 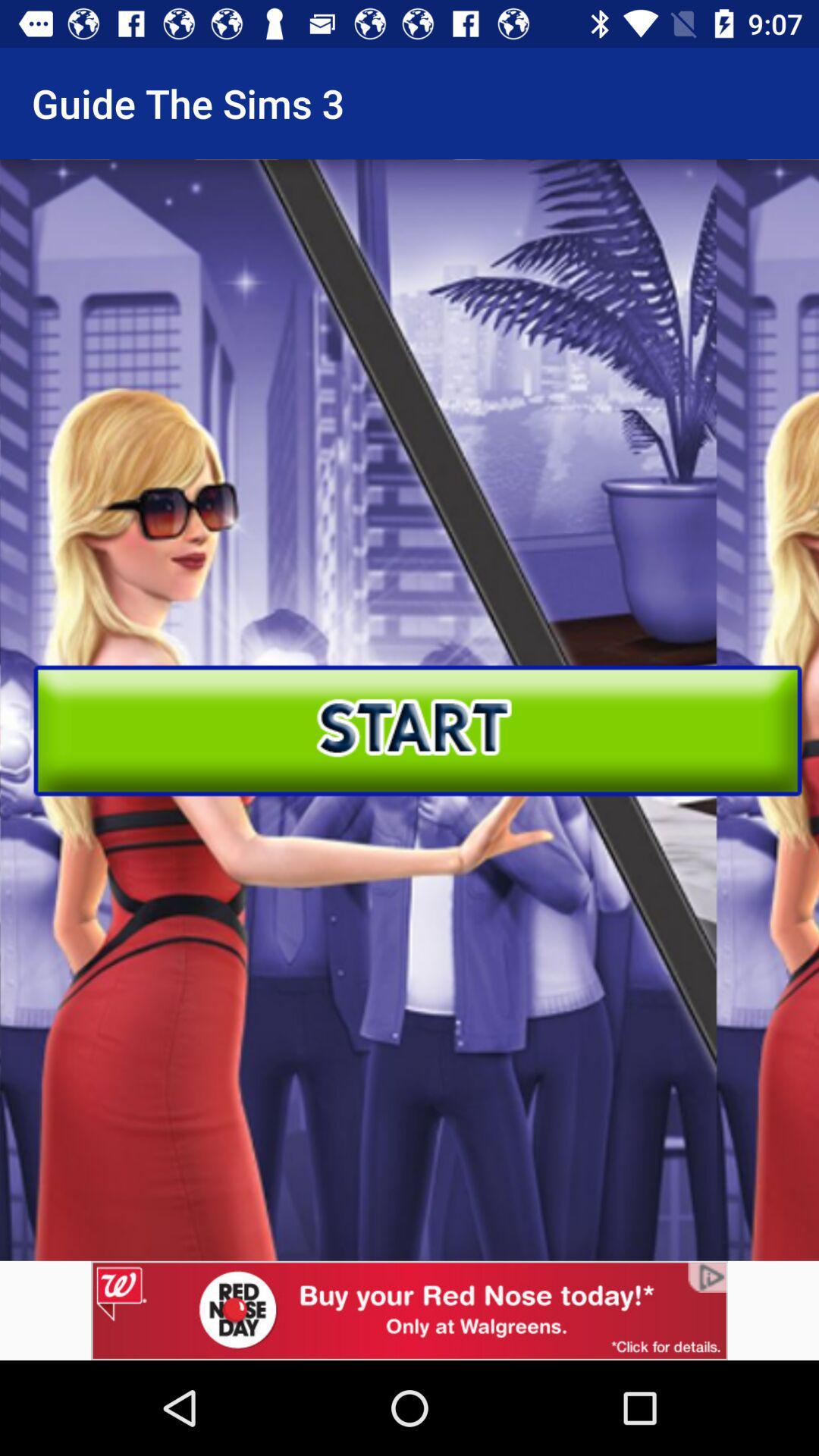 What do you see at coordinates (409, 1310) in the screenshot?
I see `open the advertisements` at bounding box center [409, 1310].